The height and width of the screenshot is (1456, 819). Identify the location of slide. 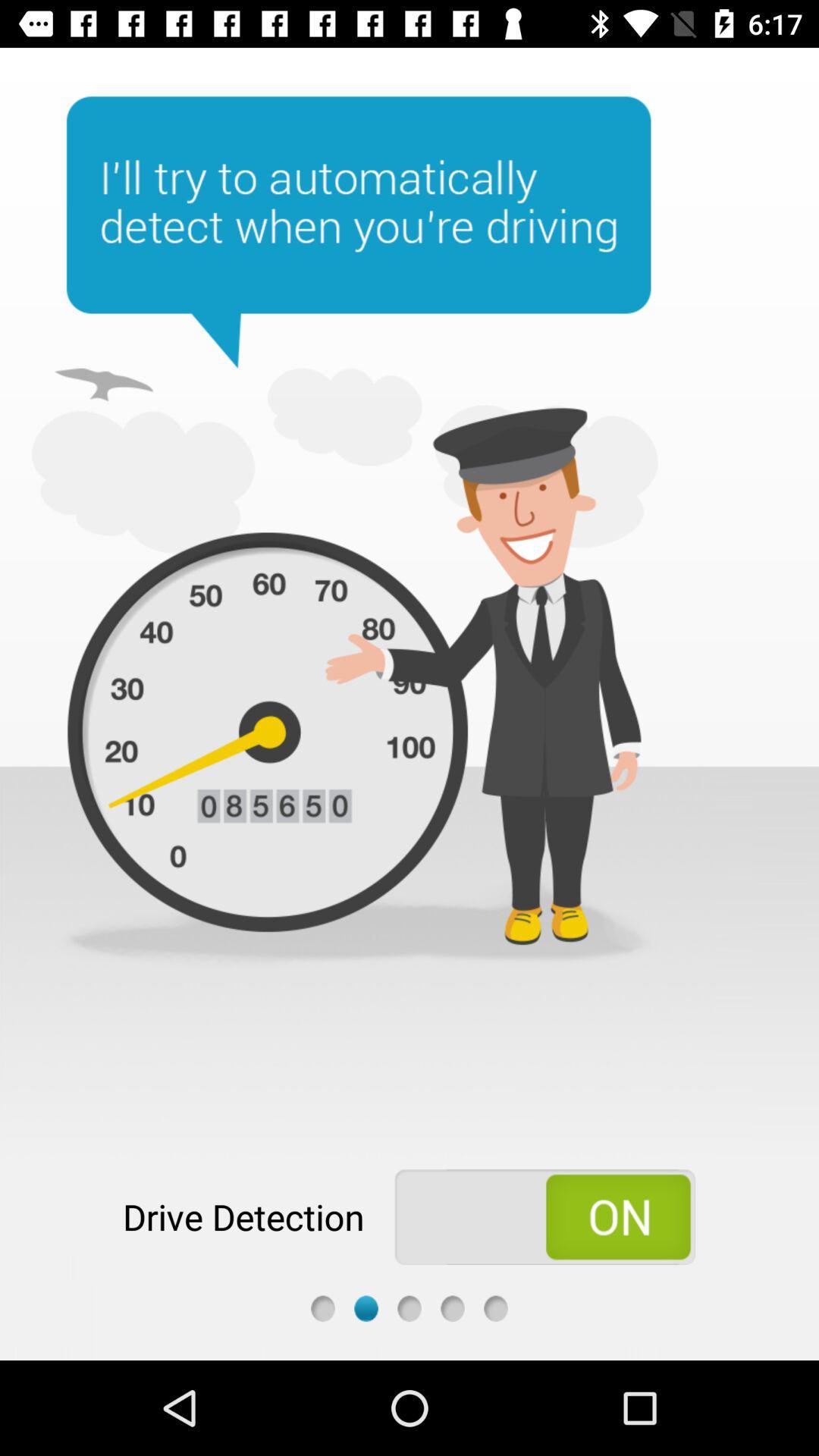
(366, 1307).